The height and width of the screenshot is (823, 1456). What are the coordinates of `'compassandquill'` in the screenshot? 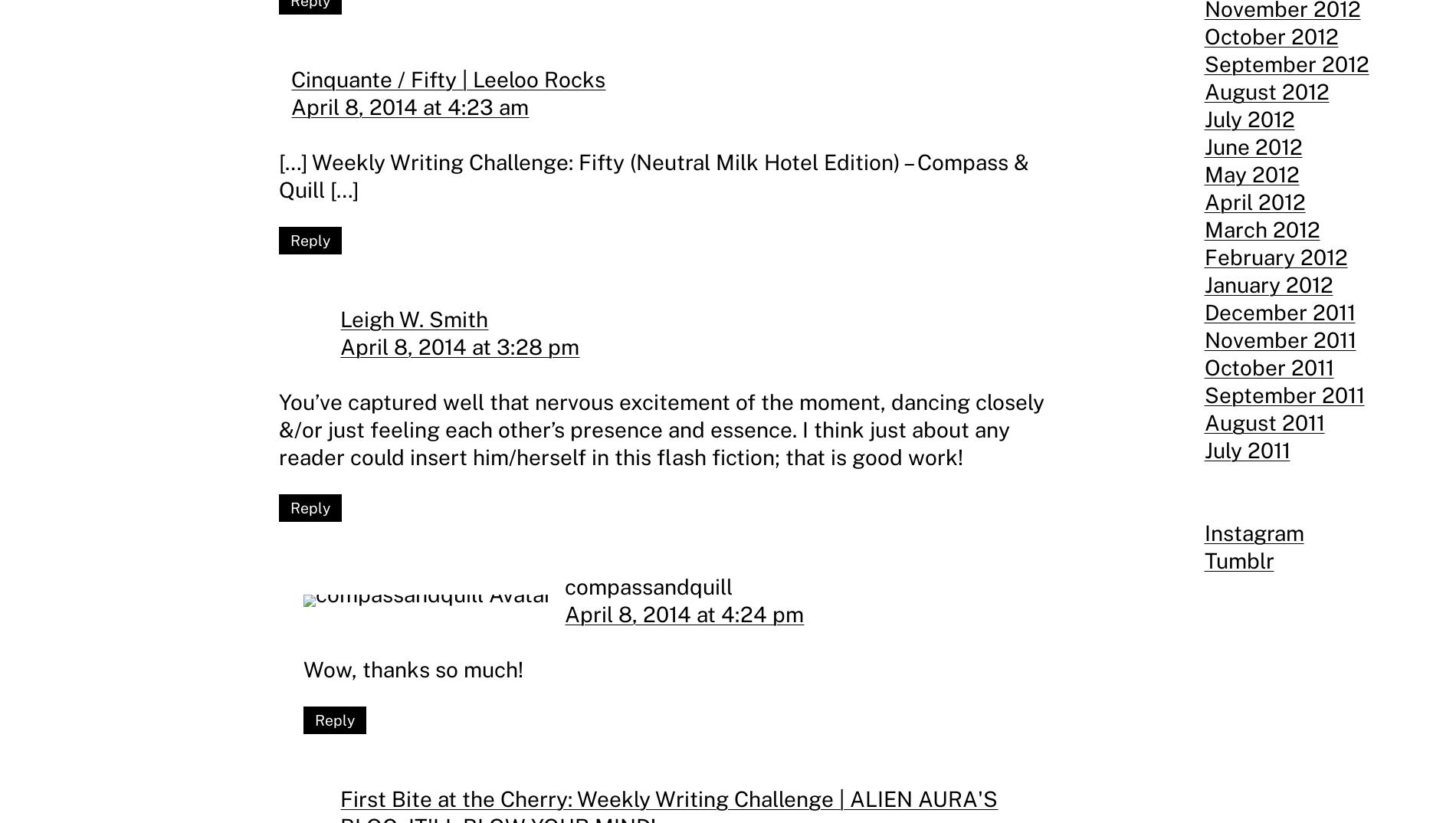 It's located at (564, 585).